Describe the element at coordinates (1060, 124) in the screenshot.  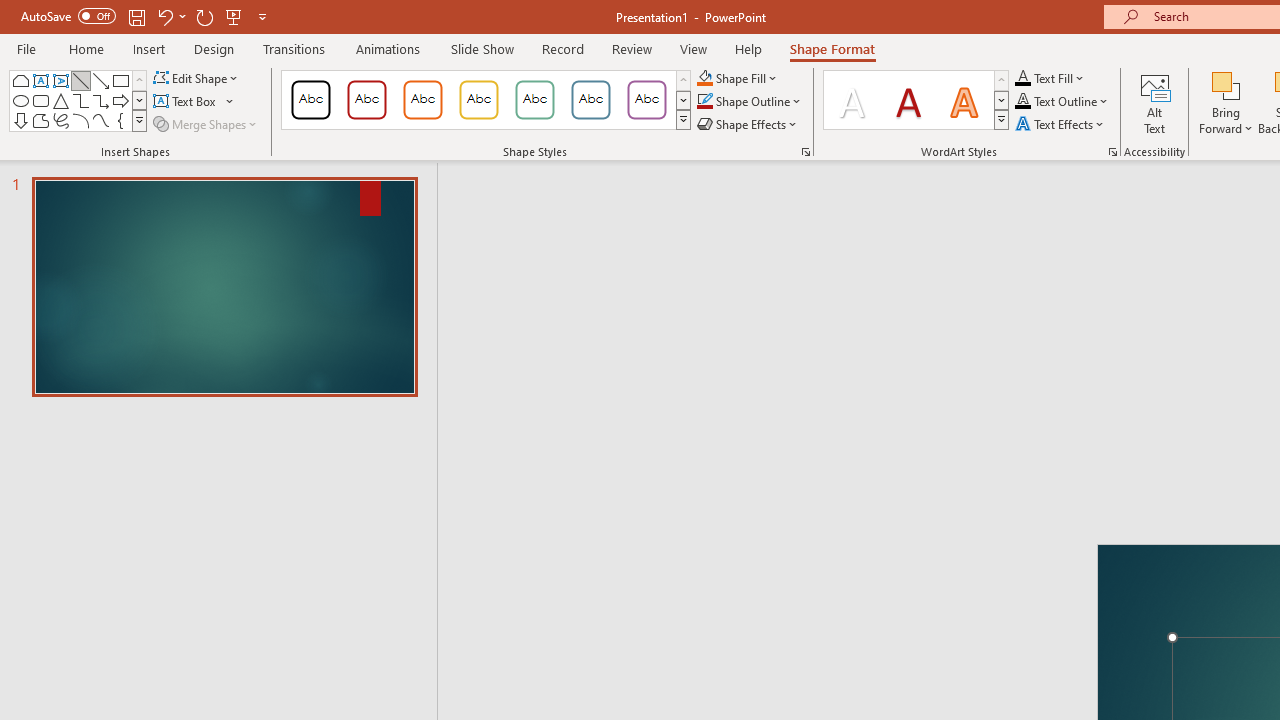
I see `'Text Effects'` at that location.